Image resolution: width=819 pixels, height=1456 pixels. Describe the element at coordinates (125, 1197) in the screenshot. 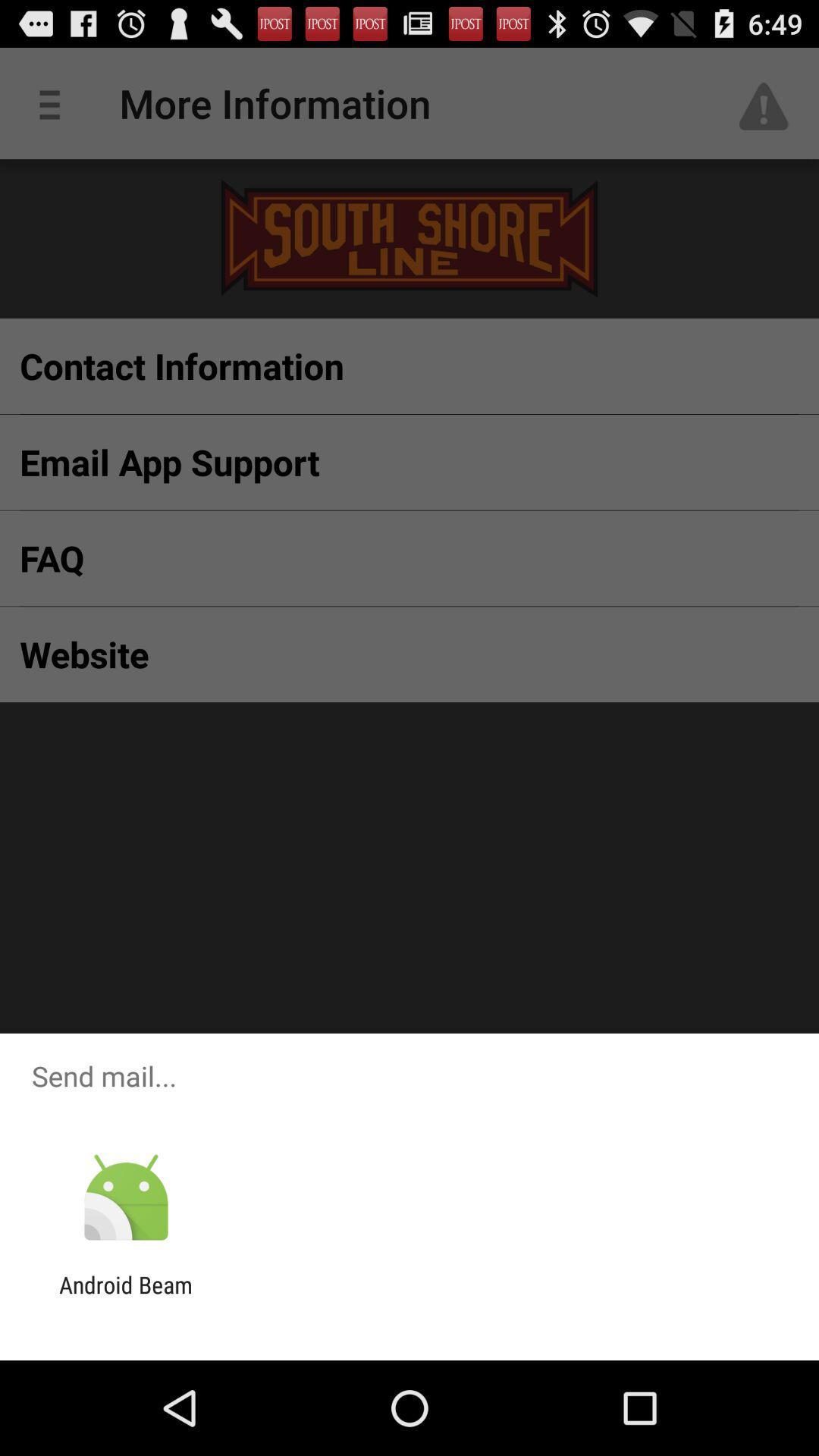

I see `the app above the android beam app` at that location.